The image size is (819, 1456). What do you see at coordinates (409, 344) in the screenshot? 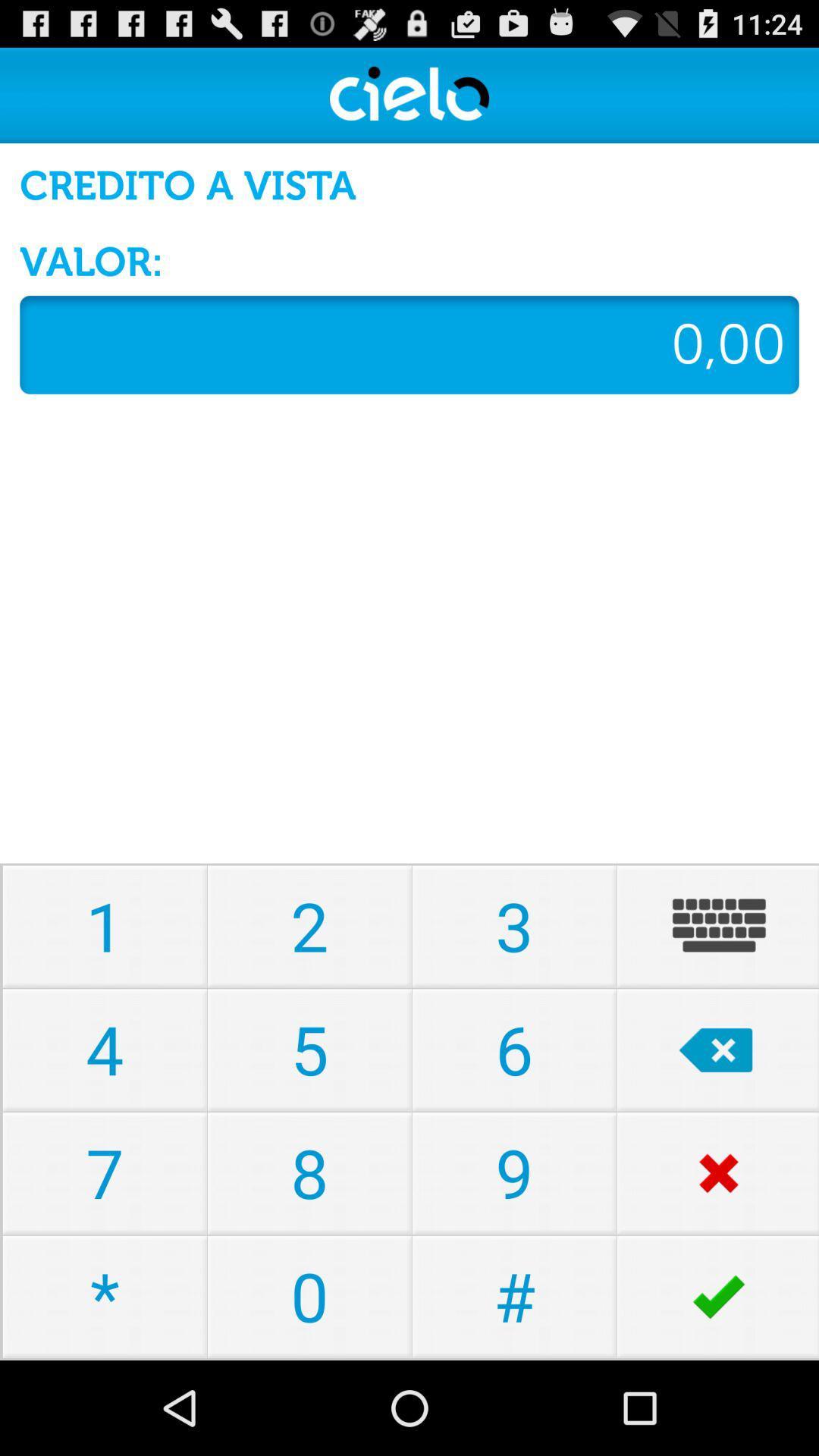
I see `amount` at bounding box center [409, 344].